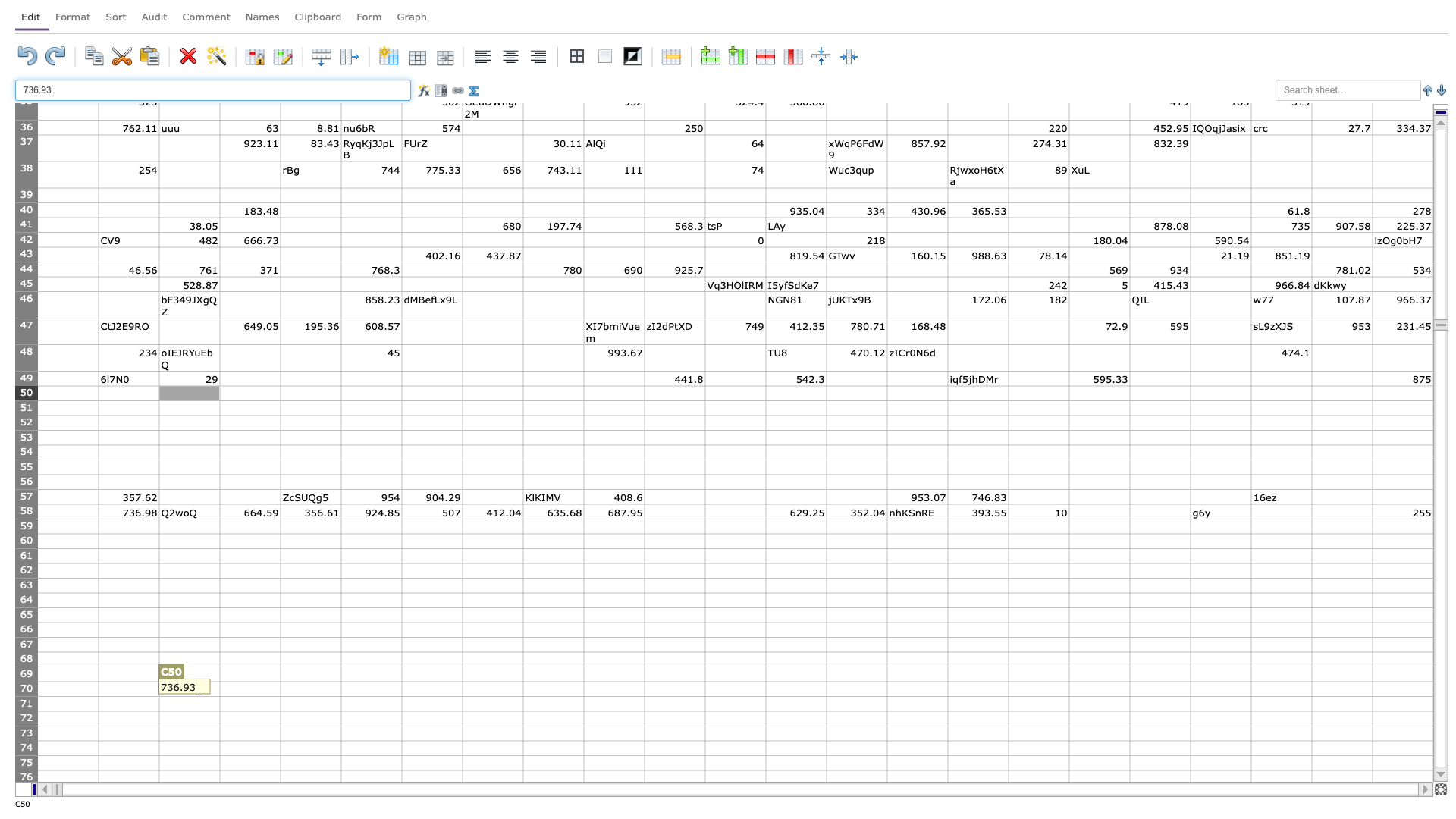 The height and width of the screenshot is (819, 1456). Describe the element at coordinates (280, 696) in the screenshot. I see `Fill handle point of D-70` at that location.